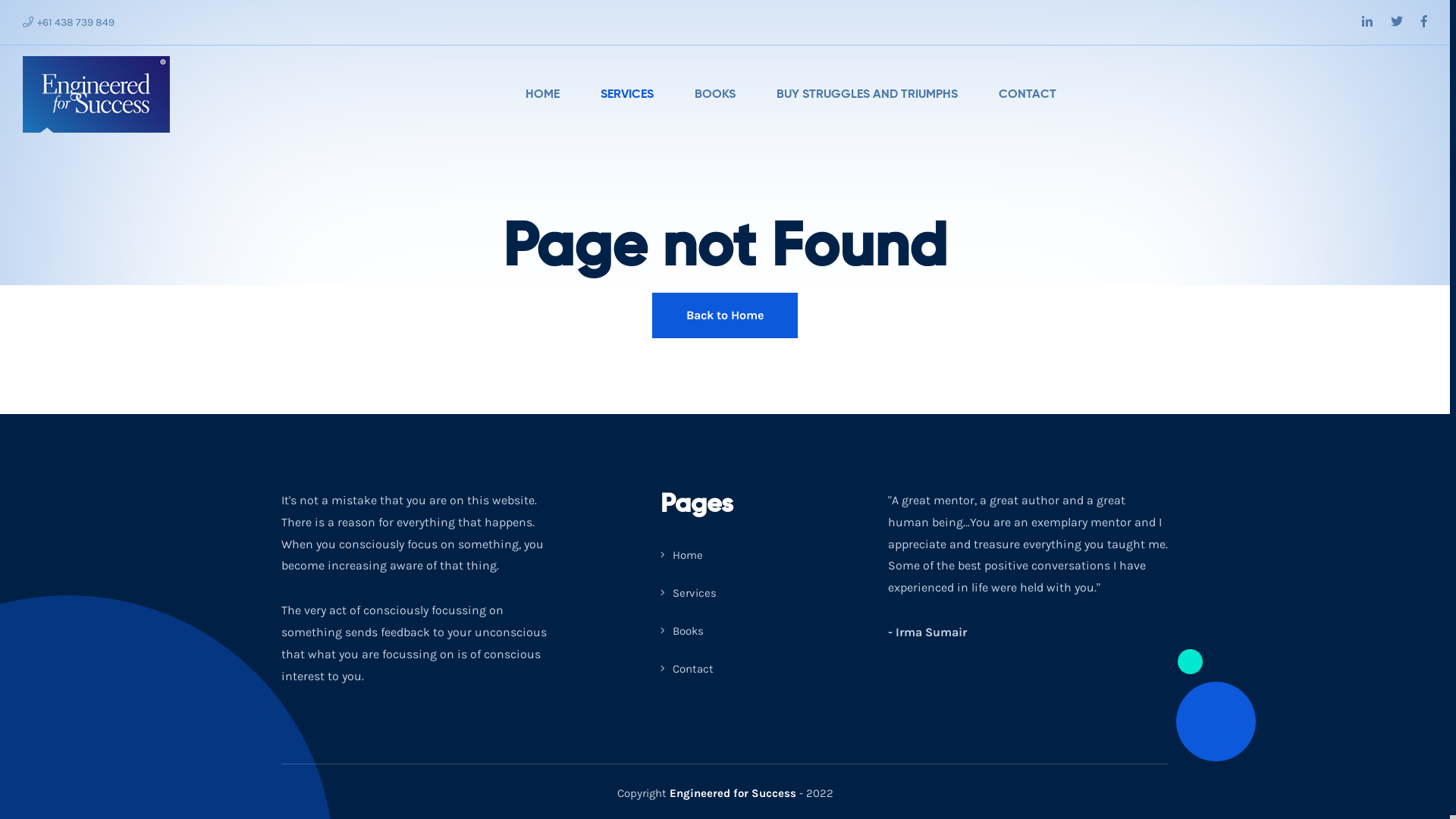  What do you see at coordinates (687, 592) in the screenshot?
I see `'Services'` at bounding box center [687, 592].